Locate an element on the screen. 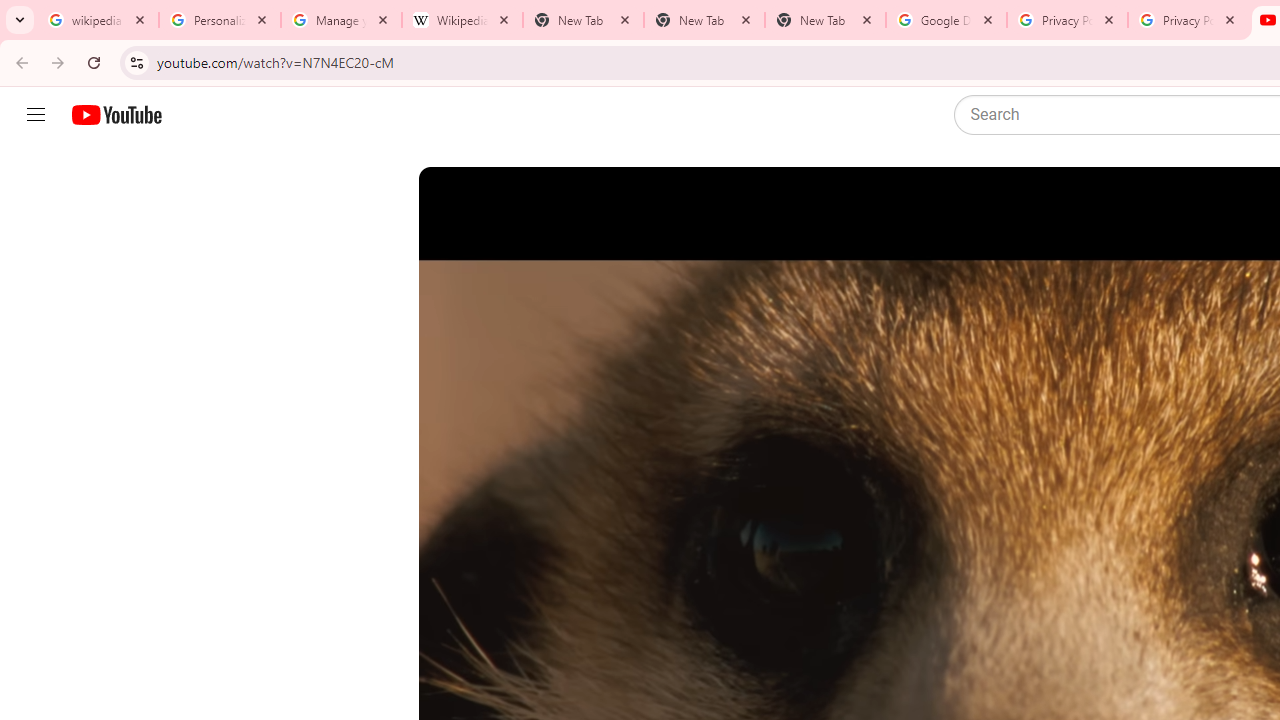  'New Tab' is located at coordinates (825, 20).